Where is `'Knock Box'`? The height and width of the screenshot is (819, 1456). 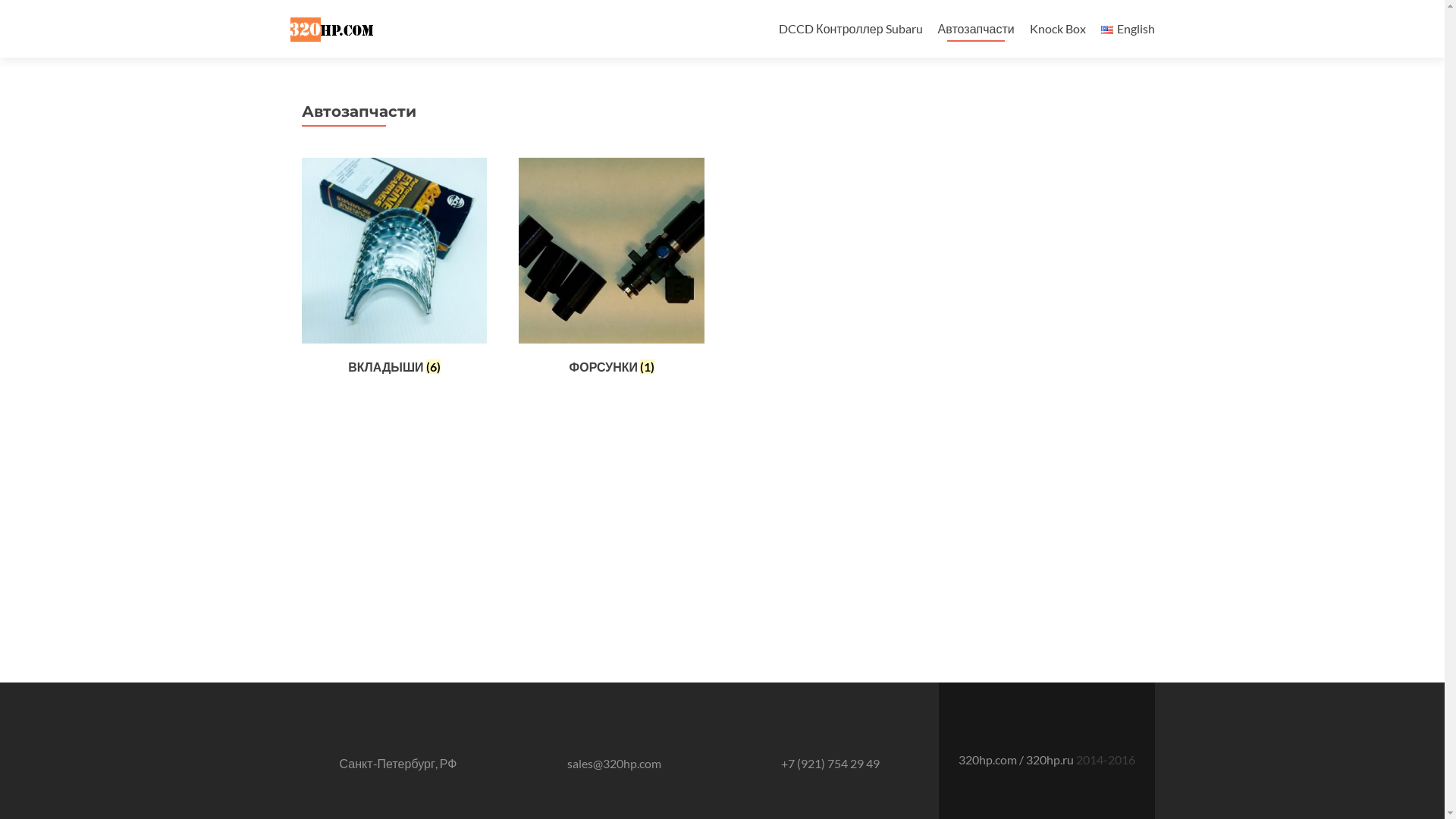 'Knock Box' is located at coordinates (1057, 28).